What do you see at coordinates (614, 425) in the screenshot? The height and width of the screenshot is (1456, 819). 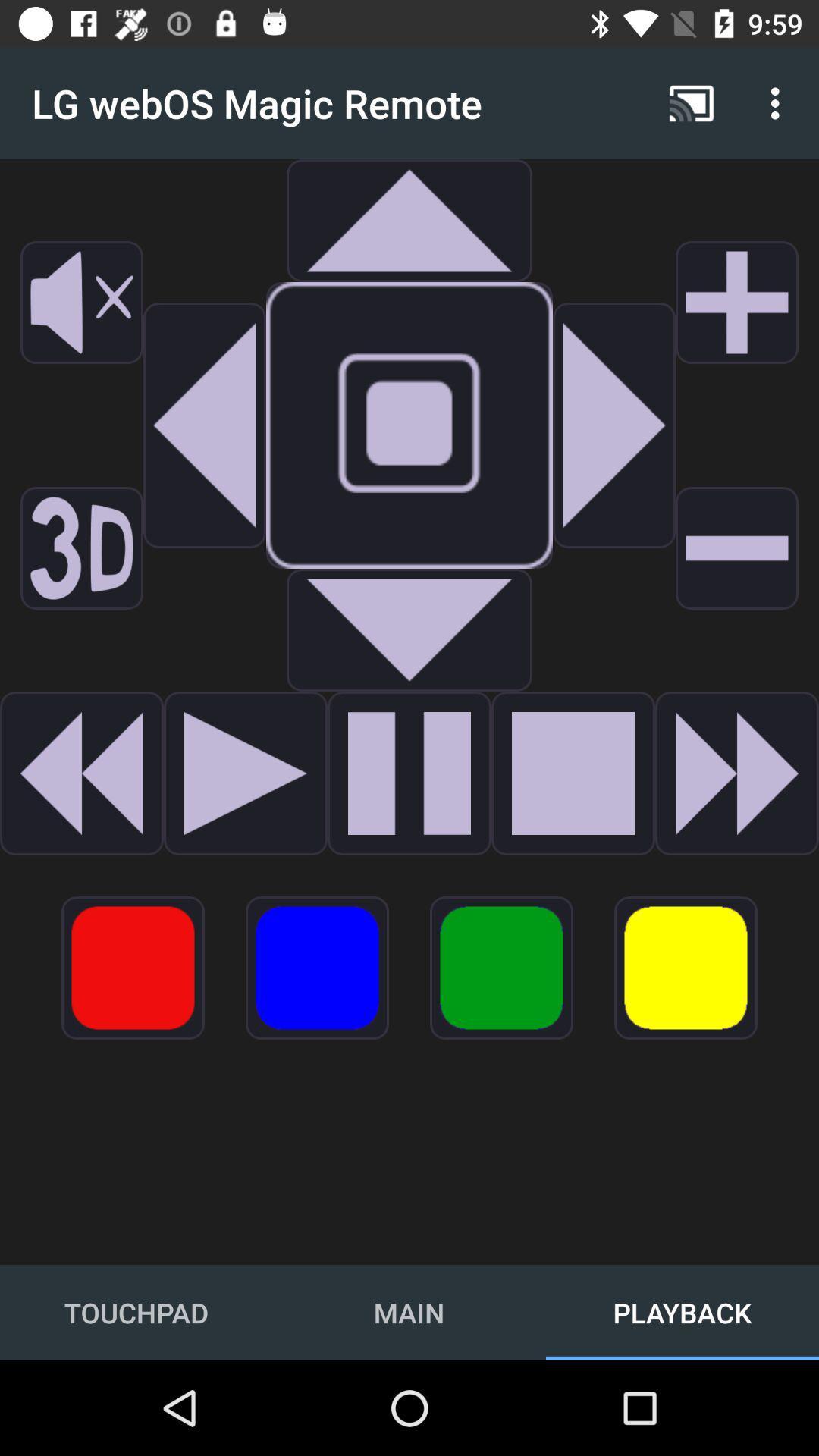 I see `the play icon` at bounding box center [614, 425].